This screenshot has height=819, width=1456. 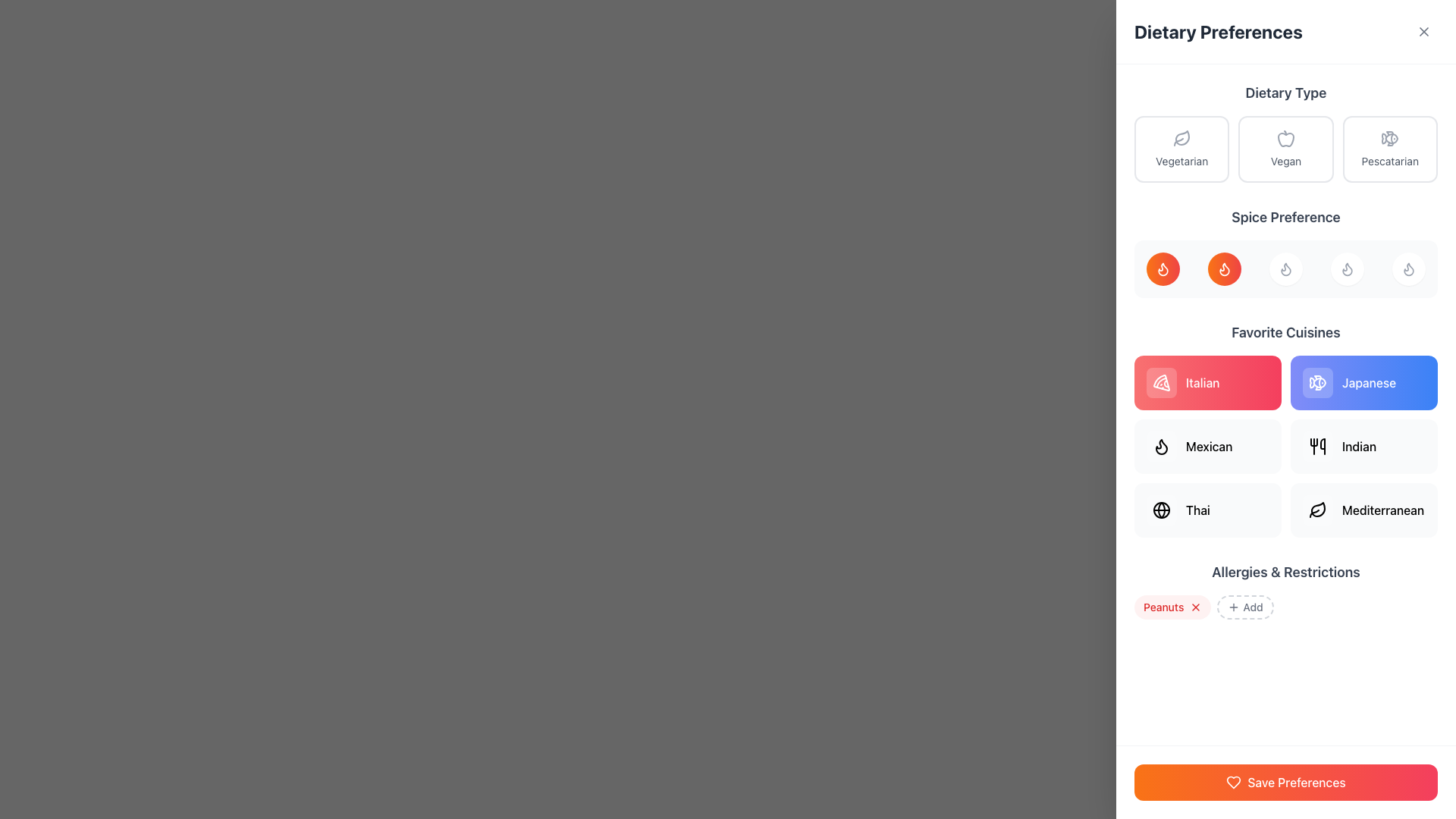 I want to click on the flame-shaped red-orange icon in the 'Spice Preference' section of the 'Dietary Preferences' dialog, so click(x=1224, y=268).